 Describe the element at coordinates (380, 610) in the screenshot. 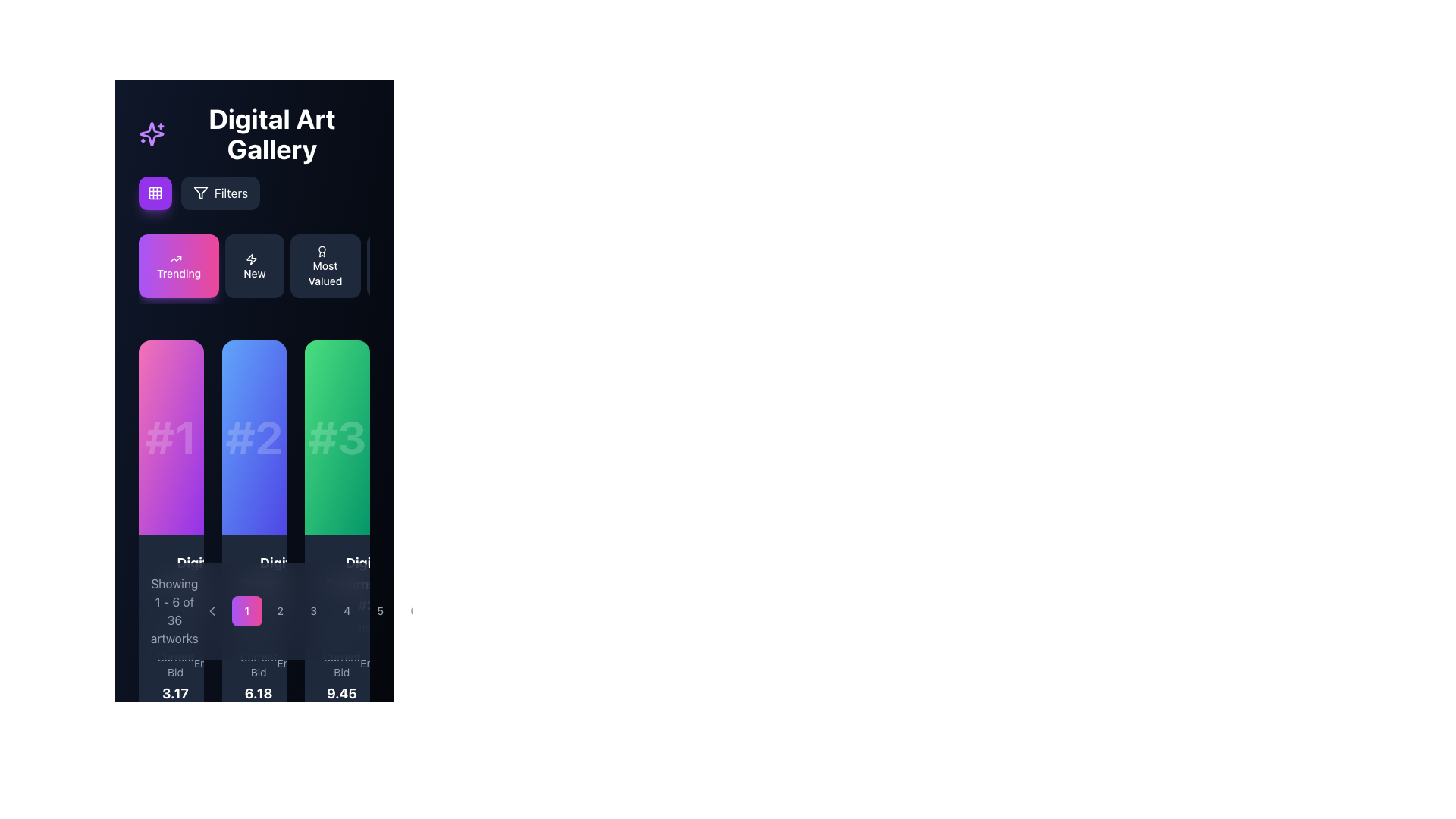

I see `the rounded square button labeled '5' with a gray background` at that location.